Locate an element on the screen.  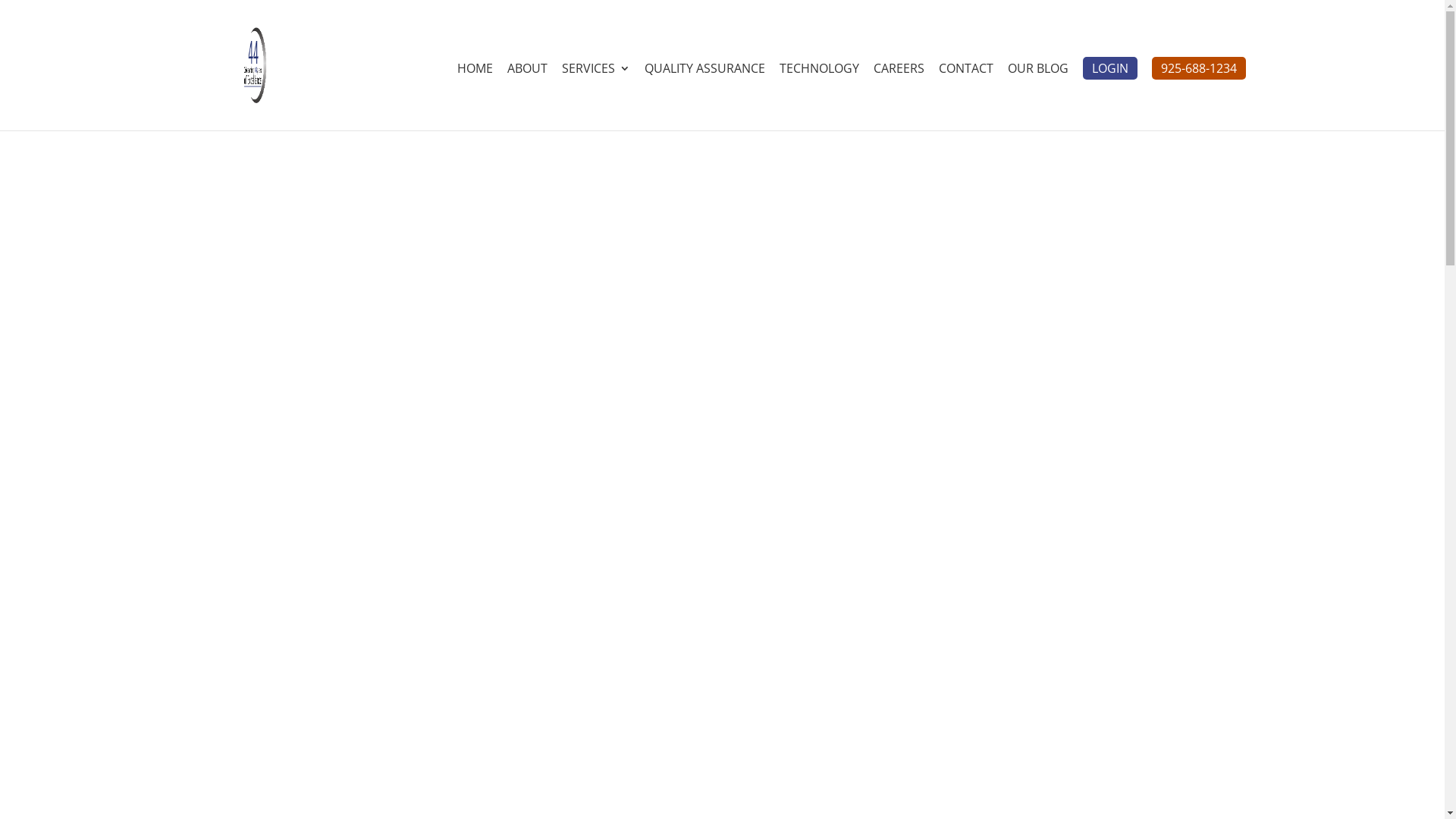
'CAREERS' is located at coordinates (899, 96).